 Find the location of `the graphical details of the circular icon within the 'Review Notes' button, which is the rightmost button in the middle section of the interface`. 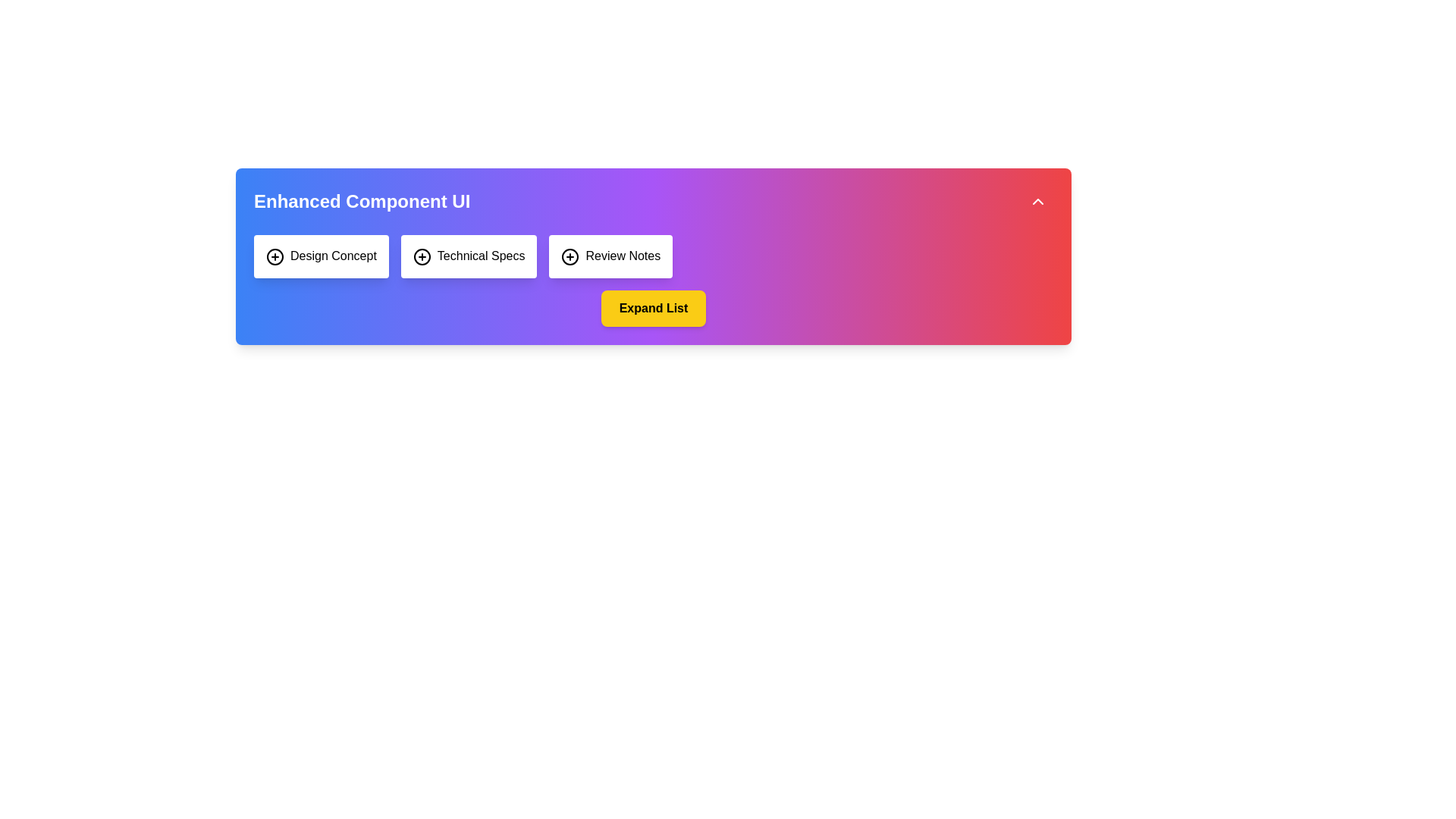

the graphical details of the circular icon within the 'Review Notes' button, which is the rightmost button in the middle section of the interface is located at coordinates (570, 256).